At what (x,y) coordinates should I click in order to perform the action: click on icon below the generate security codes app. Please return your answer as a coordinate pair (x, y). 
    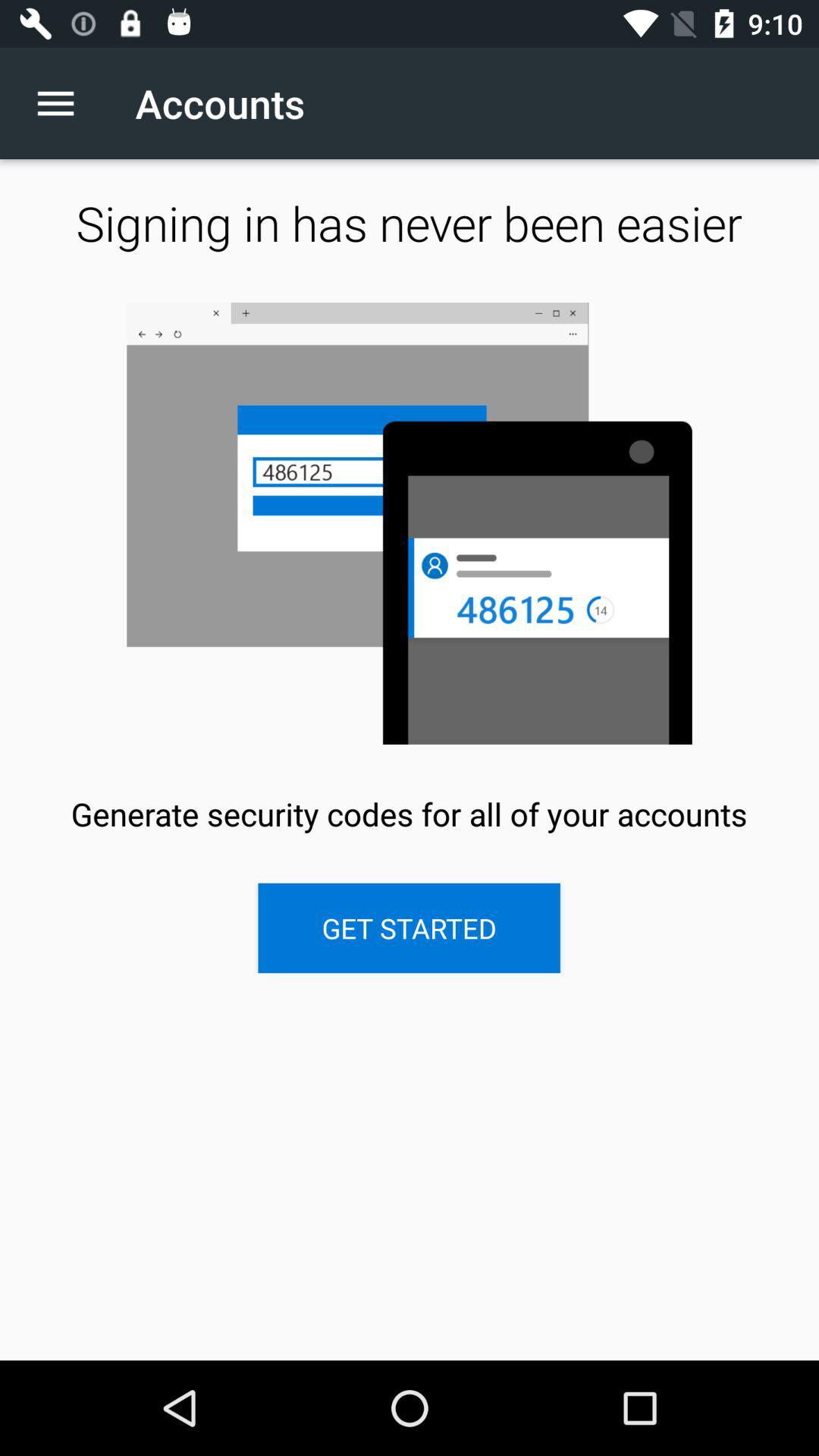
    Looking at the image, I should click on (408, 927).